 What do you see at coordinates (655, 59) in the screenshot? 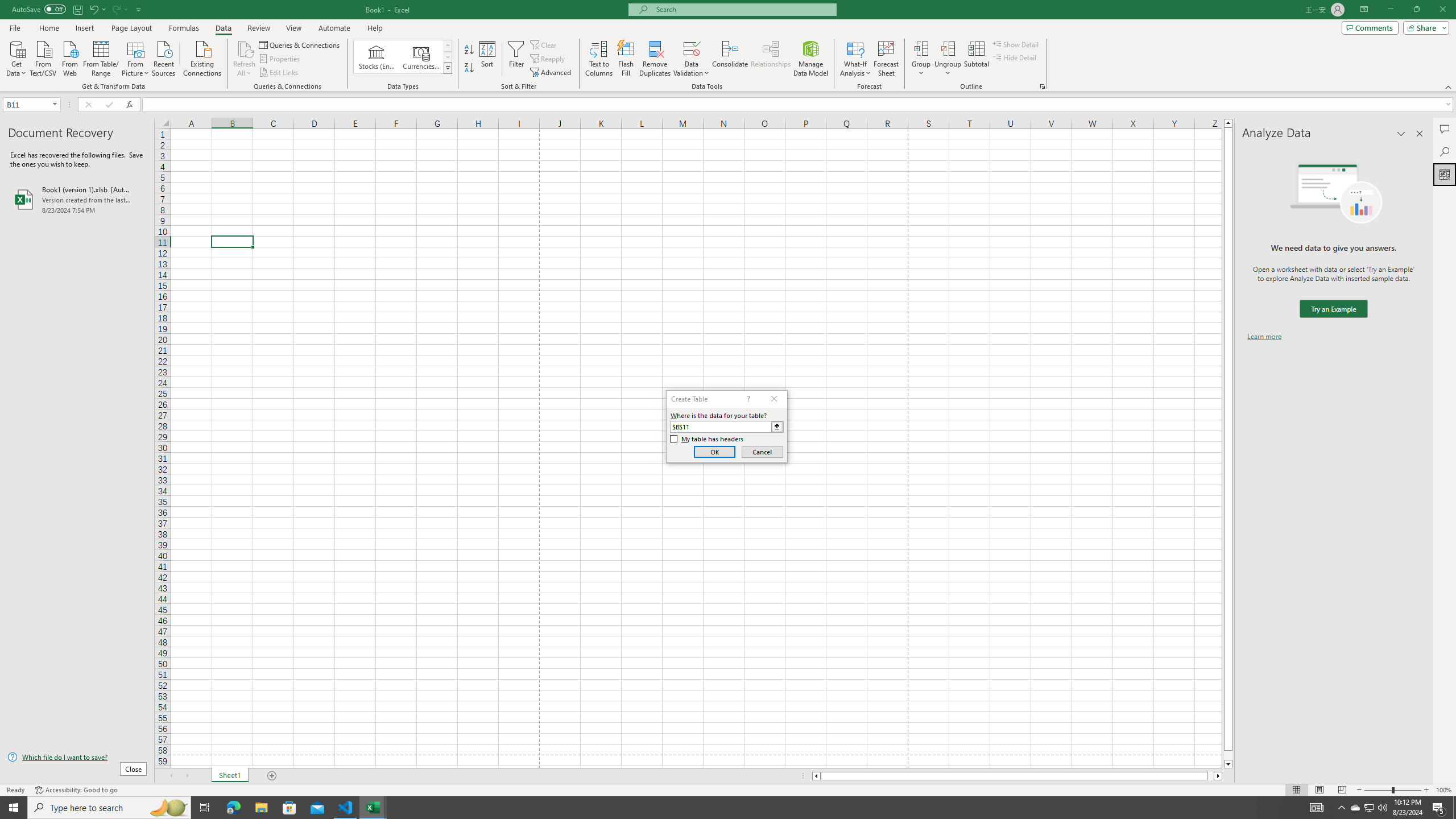
I see `'Remove Duplicates'` at bounding box center [655, 59].